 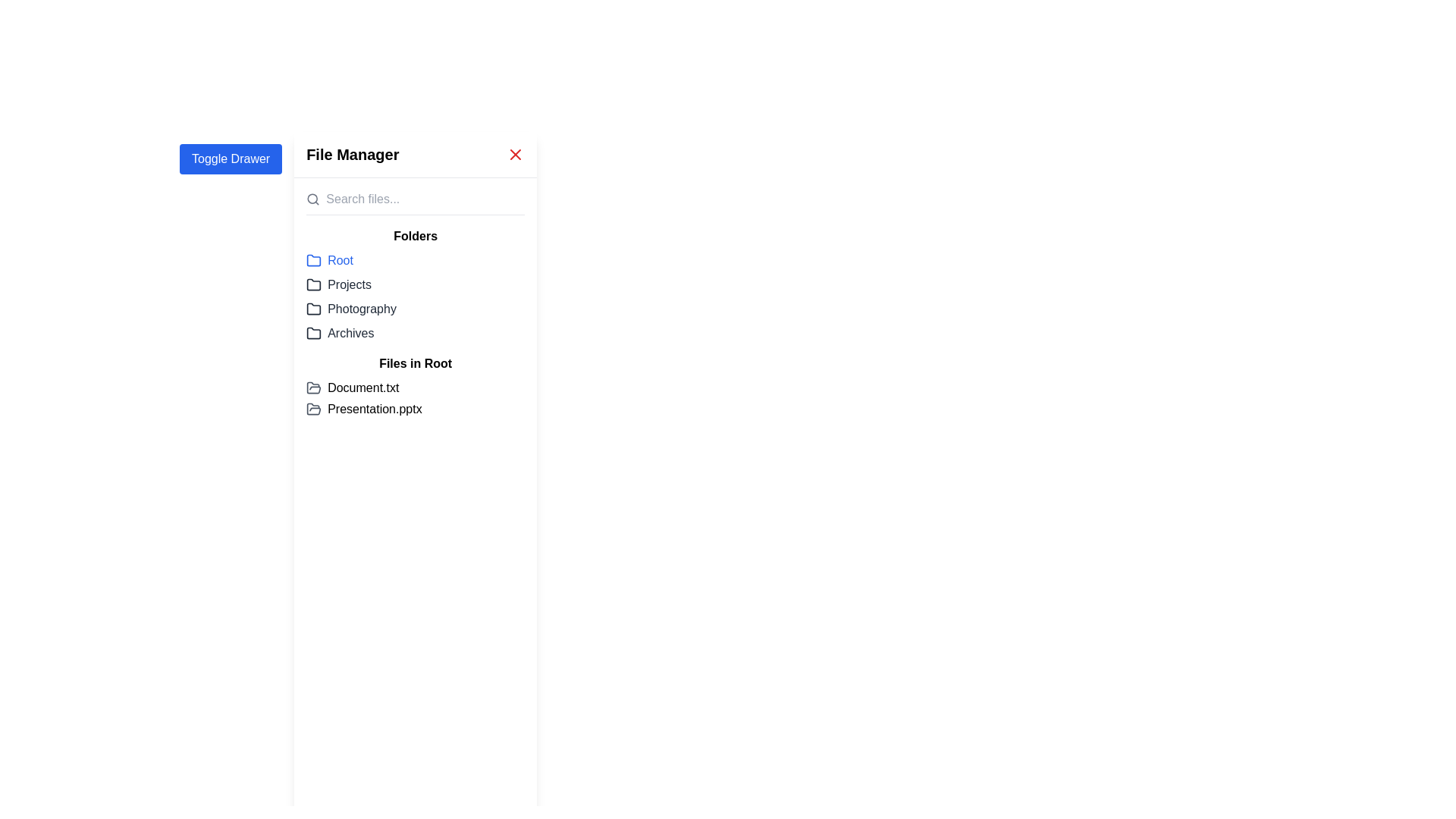 What do you see at coordinates (313, 309) in the screenshot?
I see `to select the folder icon located beside the 'Photography' label in the Folders section of the file manager panel` at bounding box center [313, 309].